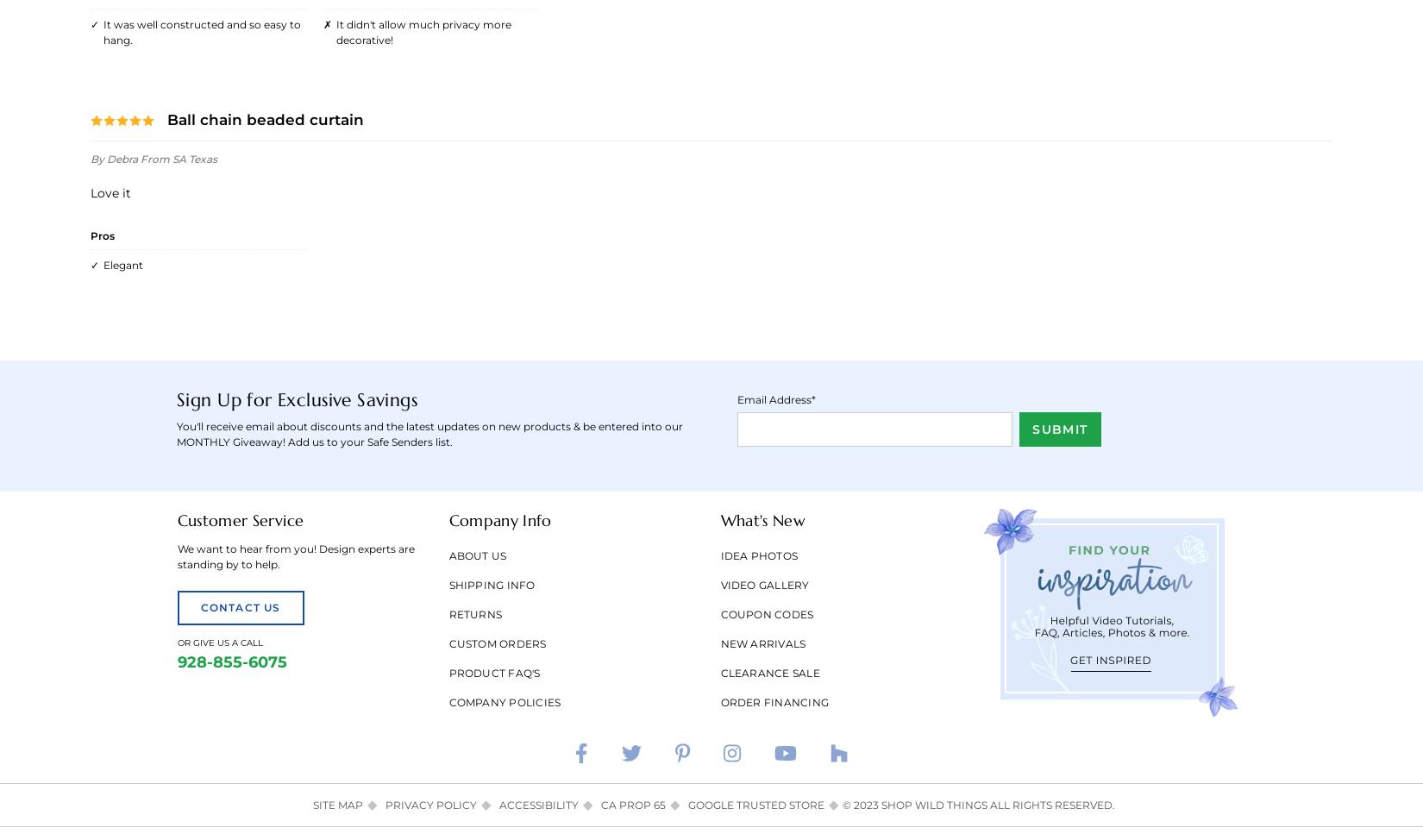 The width and height of the screenshot is (1423, 840). What do you see at coordinates (764, 584) in the screenshot?
I see `'Video Gallery'` at bounding box center [764, 584].